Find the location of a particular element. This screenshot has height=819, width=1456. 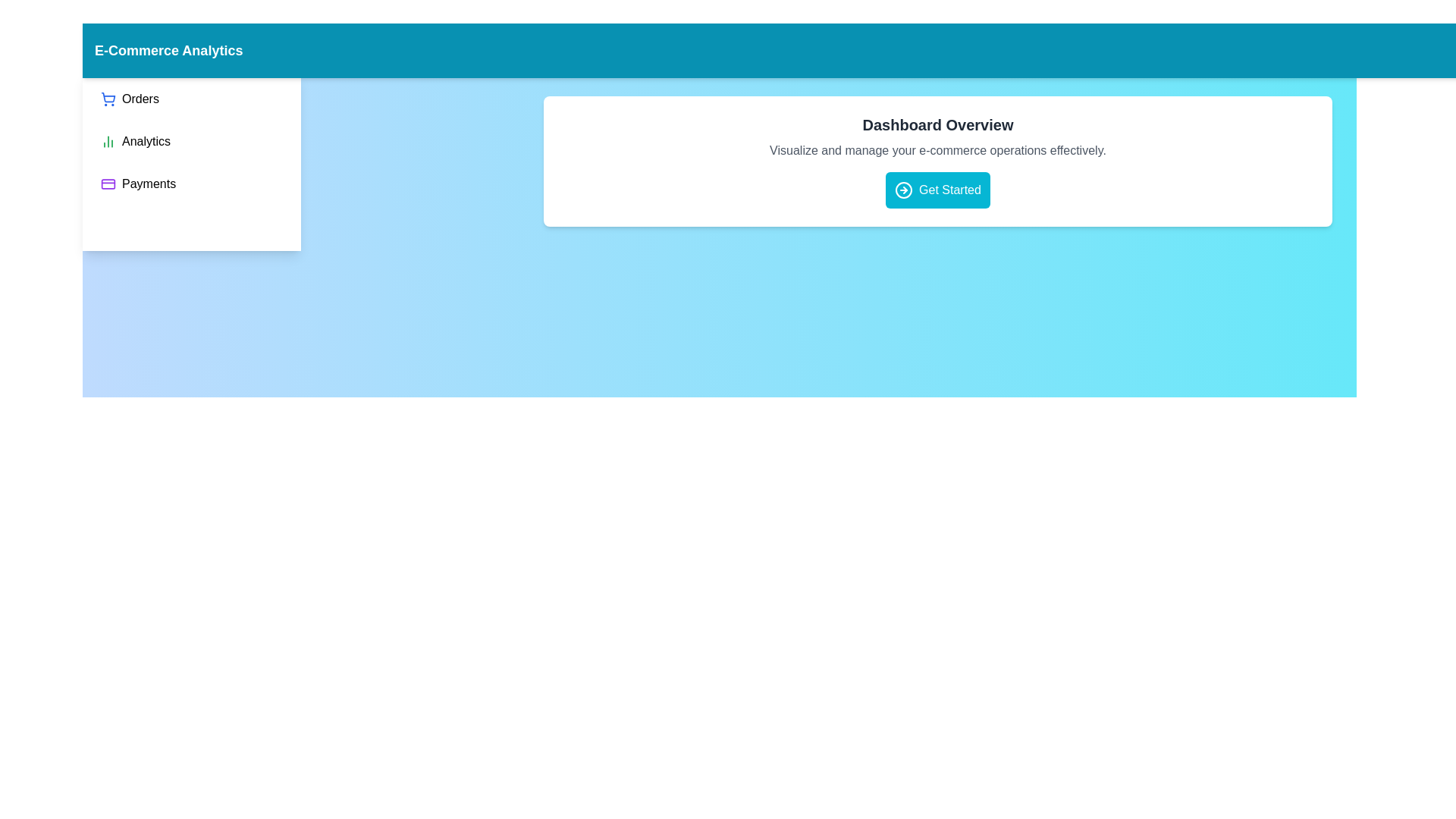

the shopping cart icon located in the navigation sidebar under the 'Orders' section is located at coordinates (108, 97).